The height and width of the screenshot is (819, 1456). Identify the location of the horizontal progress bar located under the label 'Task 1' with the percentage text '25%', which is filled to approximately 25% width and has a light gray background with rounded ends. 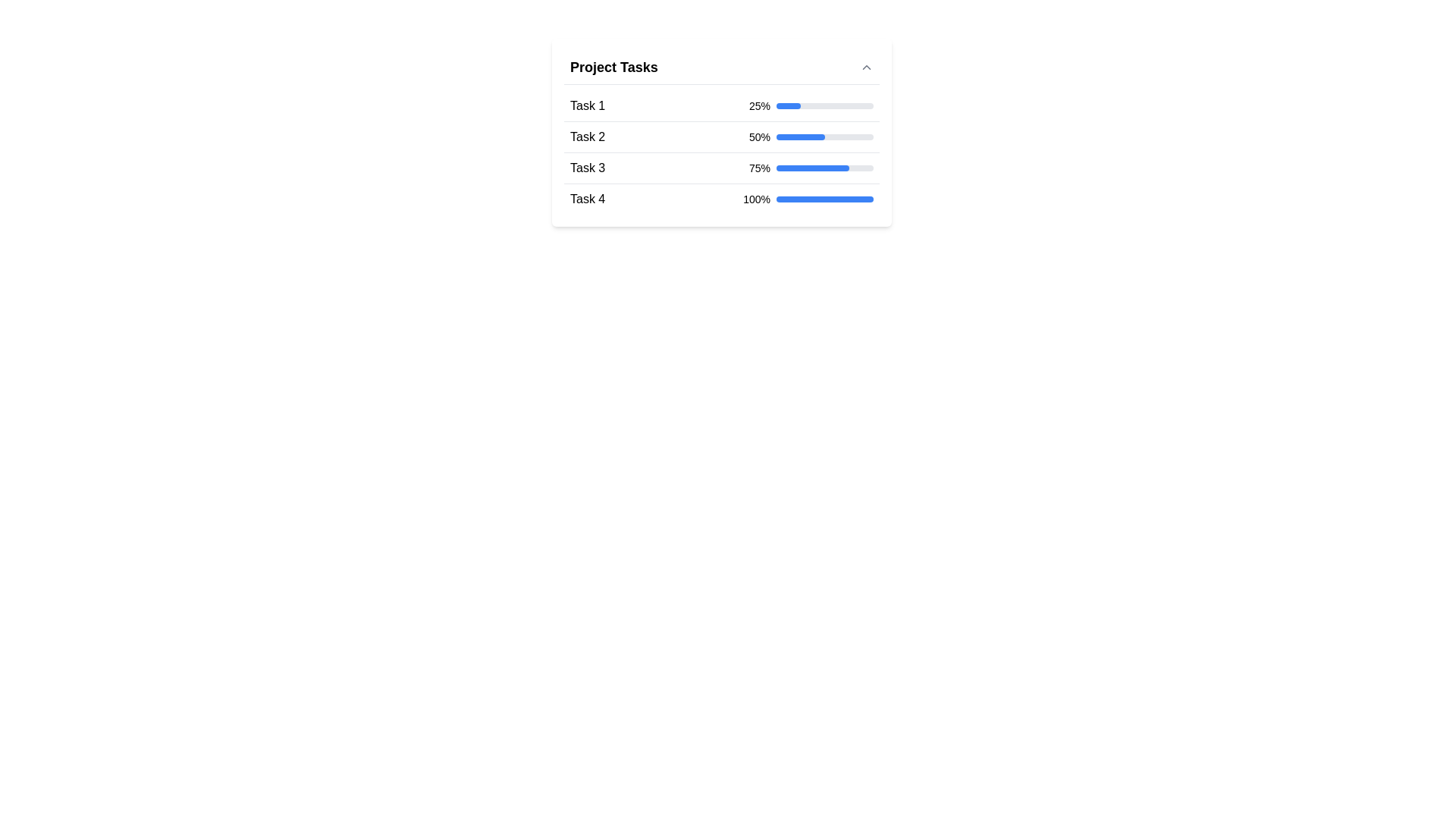
(824, 105).